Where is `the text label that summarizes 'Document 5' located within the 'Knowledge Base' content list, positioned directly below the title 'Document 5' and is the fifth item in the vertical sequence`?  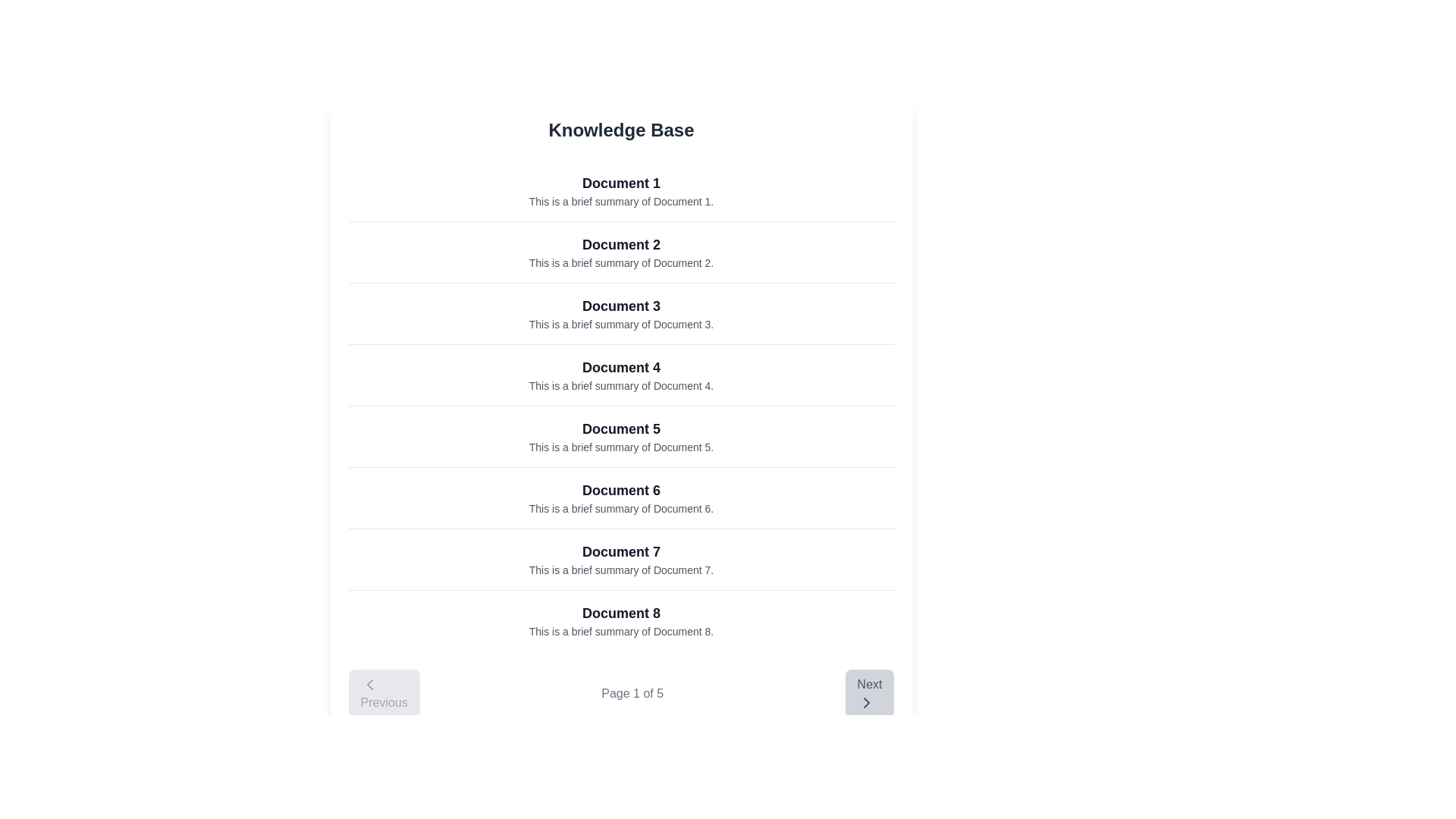
the text label that summarizes 'Document 5' located within the 'Knowledge Base' content list, positioned directly below the title 'Document 5' and is the fifth item in the vertical sequence is located at coordinates (621, 447).